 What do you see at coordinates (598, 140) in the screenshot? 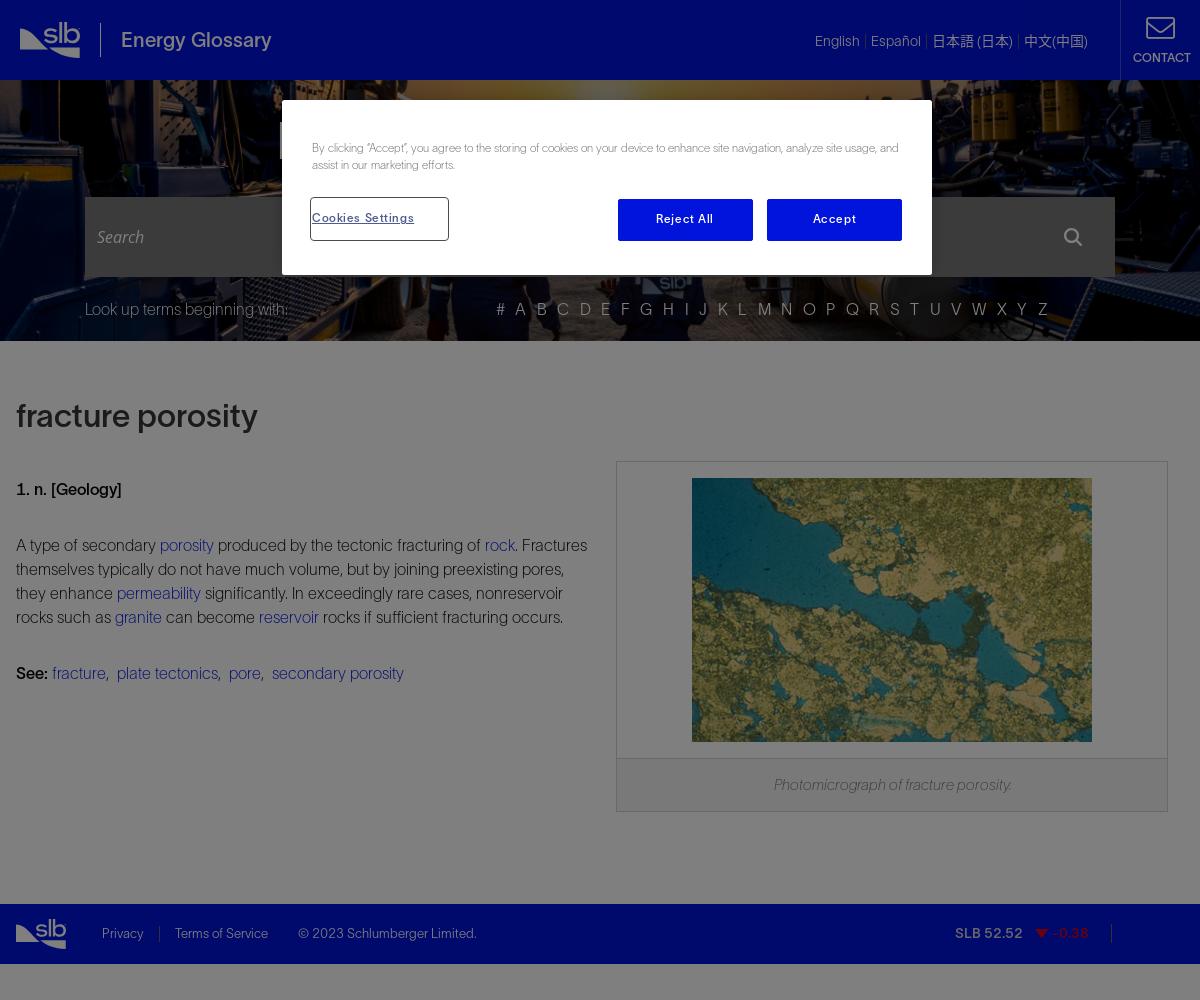
I see `'Explore the Energy Glossary'` at bounding box center [598, 140].